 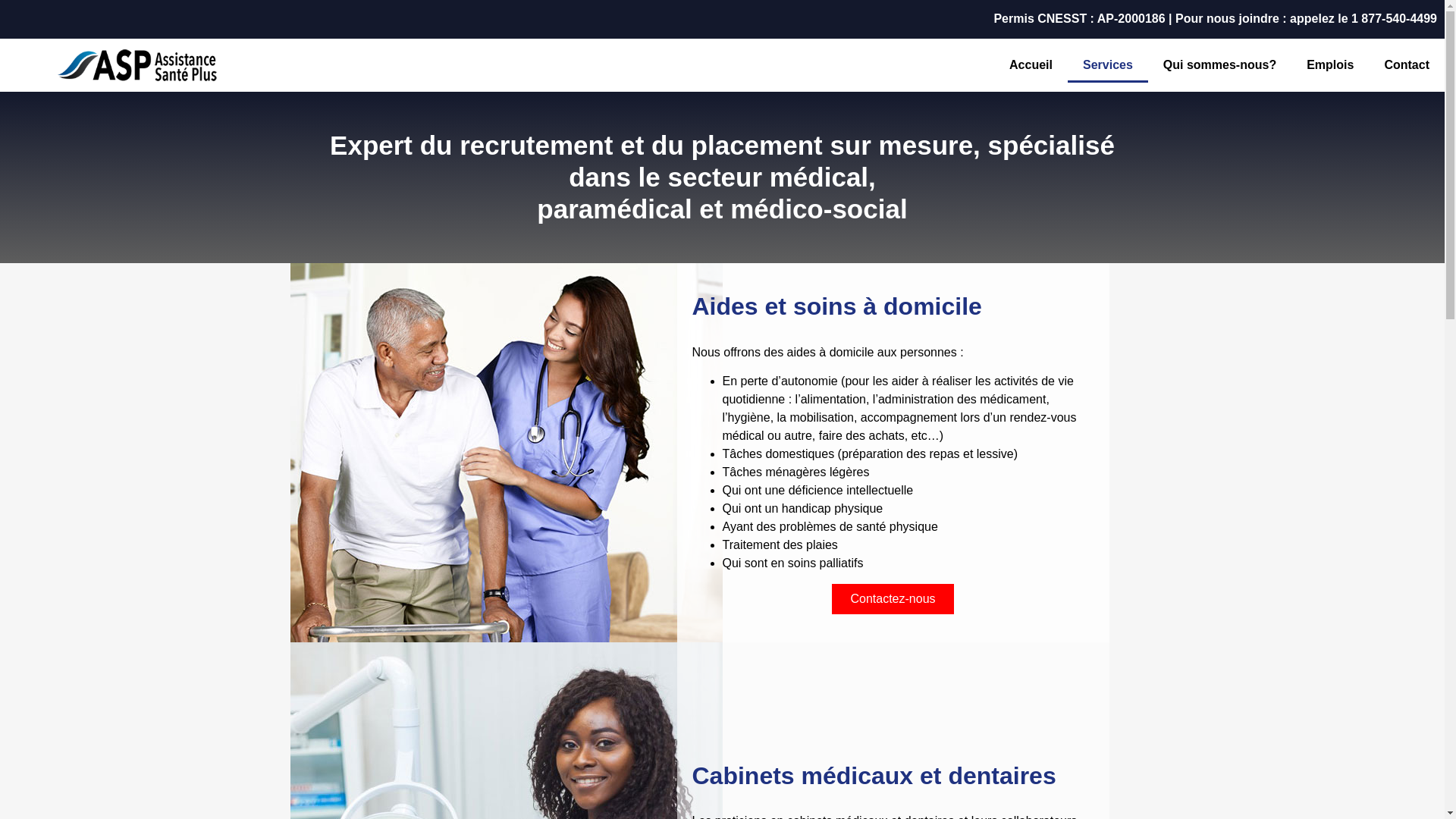 I want to click on 'Accueil', so click(x=1031, y=64).